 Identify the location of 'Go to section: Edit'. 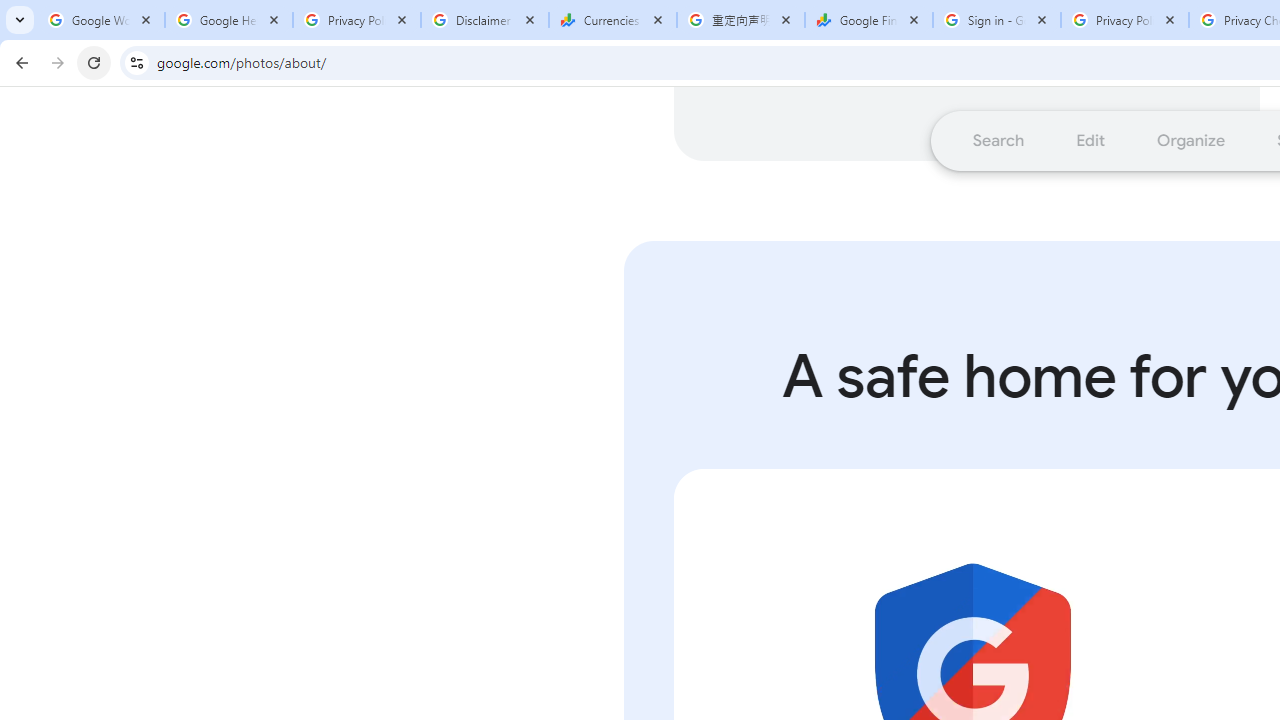
(1089, 139).